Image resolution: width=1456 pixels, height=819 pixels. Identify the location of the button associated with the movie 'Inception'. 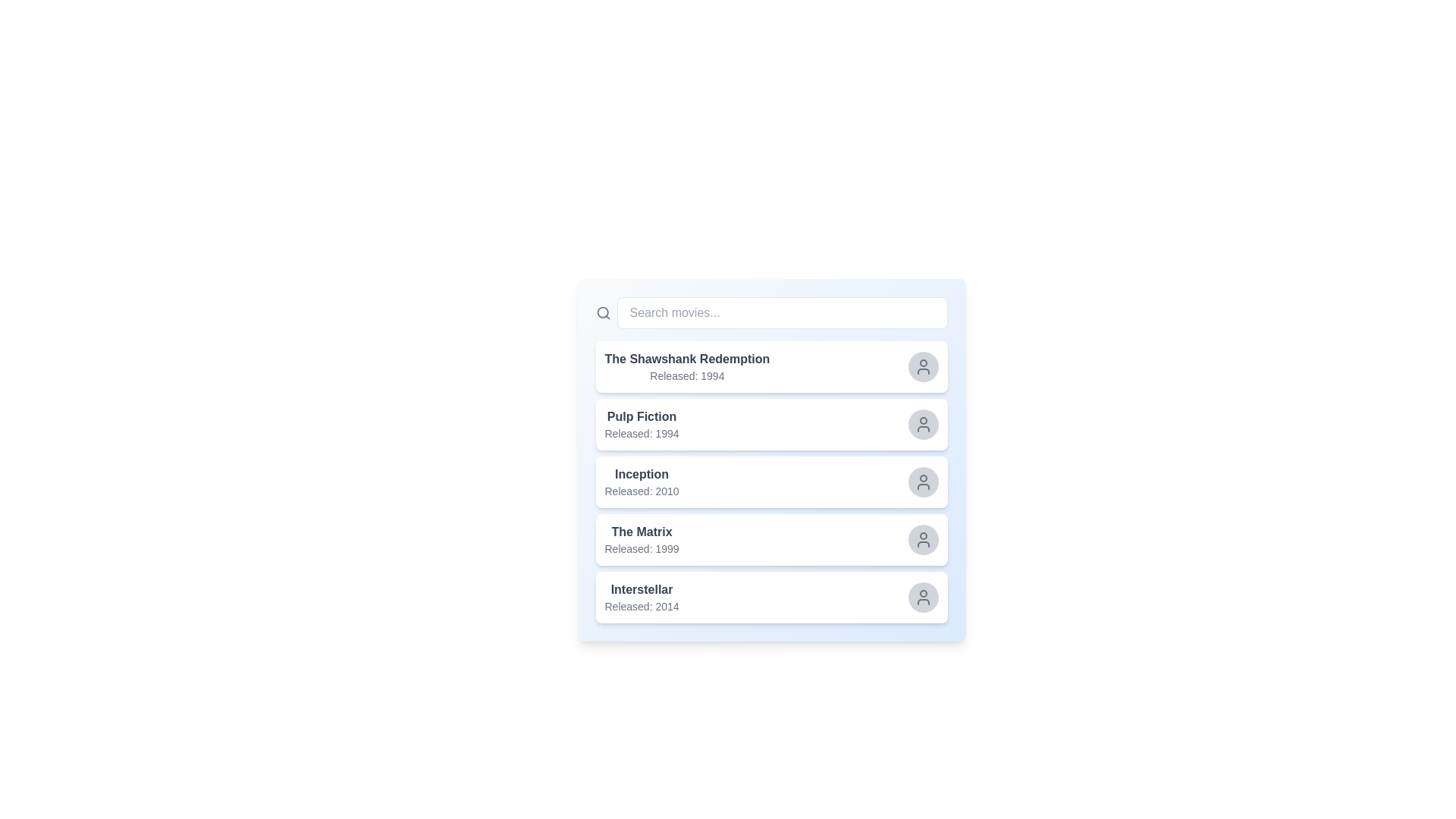
(922, 482).